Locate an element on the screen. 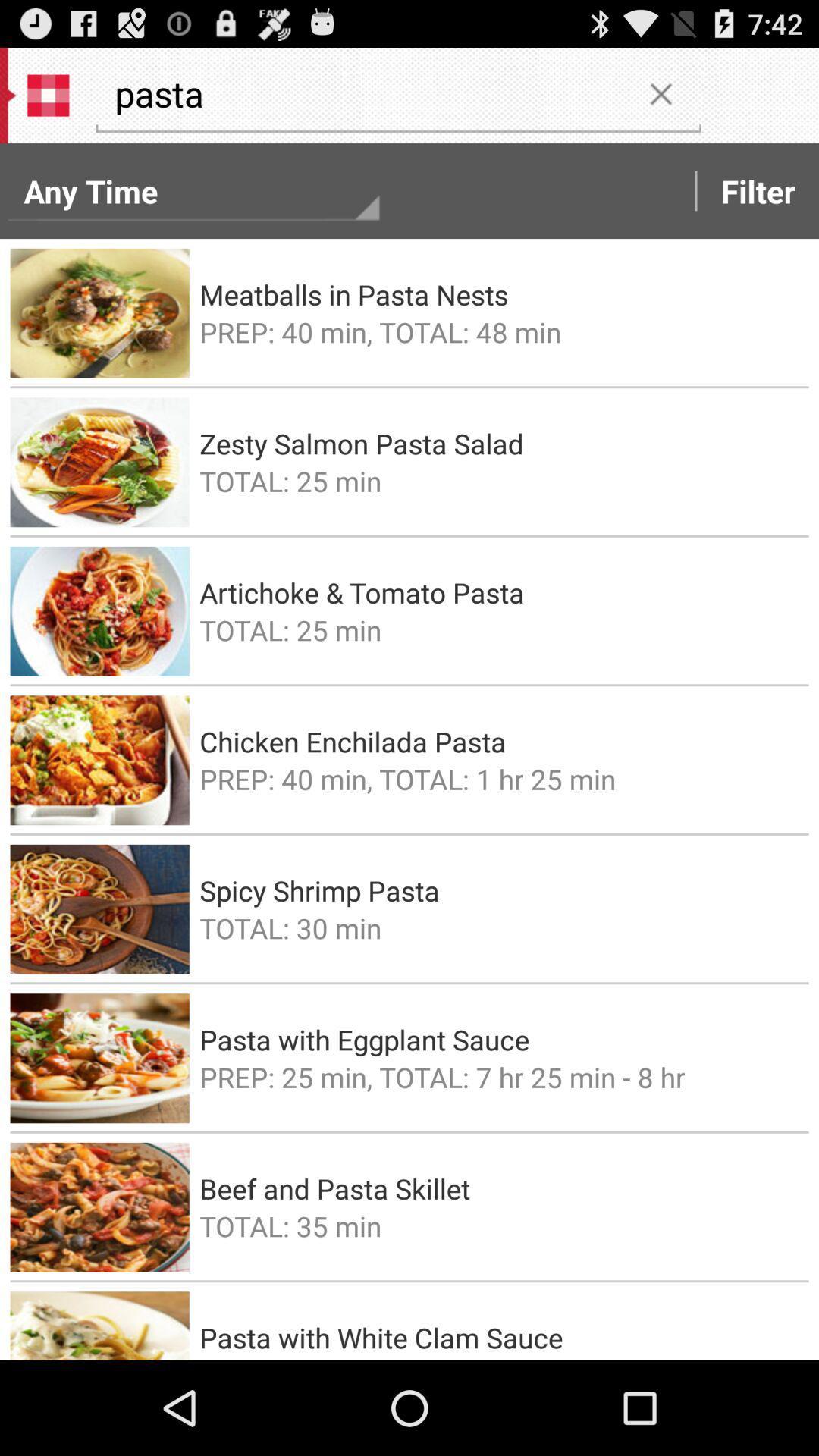 The height and width of the screenshot is (1456, 819). the app above the meatballs in pasta icon is located at coordinates (758, 190).